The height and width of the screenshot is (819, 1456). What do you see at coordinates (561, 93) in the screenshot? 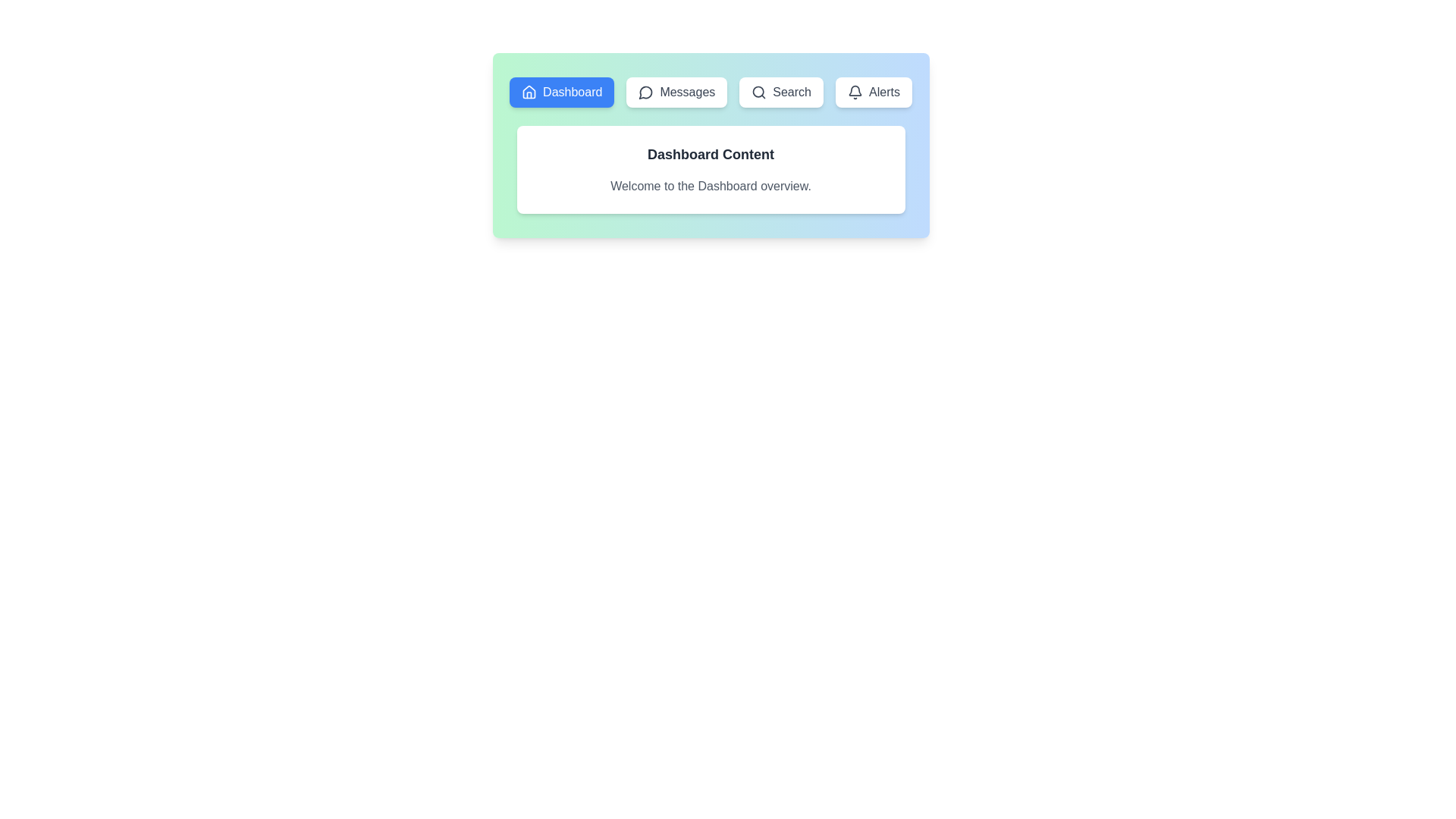
I see `the tab labeled Dashboard` at bounding box center [561, 93].